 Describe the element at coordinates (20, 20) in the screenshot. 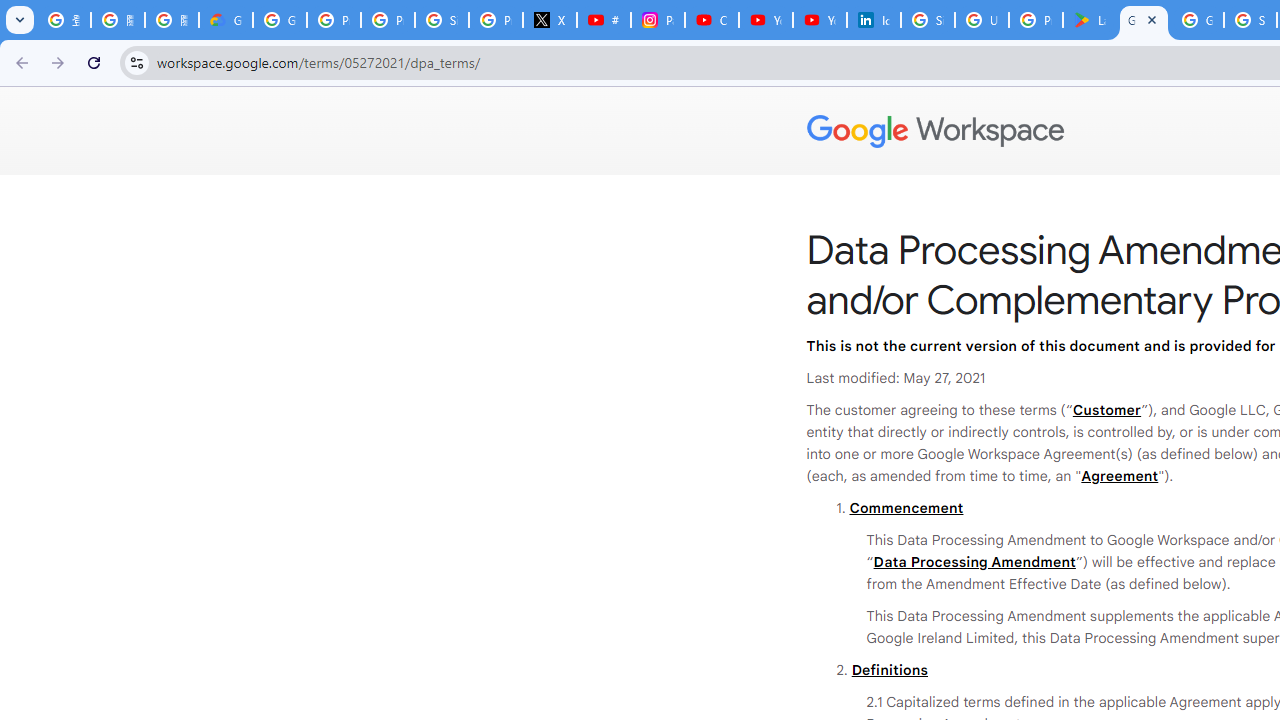

I see `'Search tabs'` at that location.